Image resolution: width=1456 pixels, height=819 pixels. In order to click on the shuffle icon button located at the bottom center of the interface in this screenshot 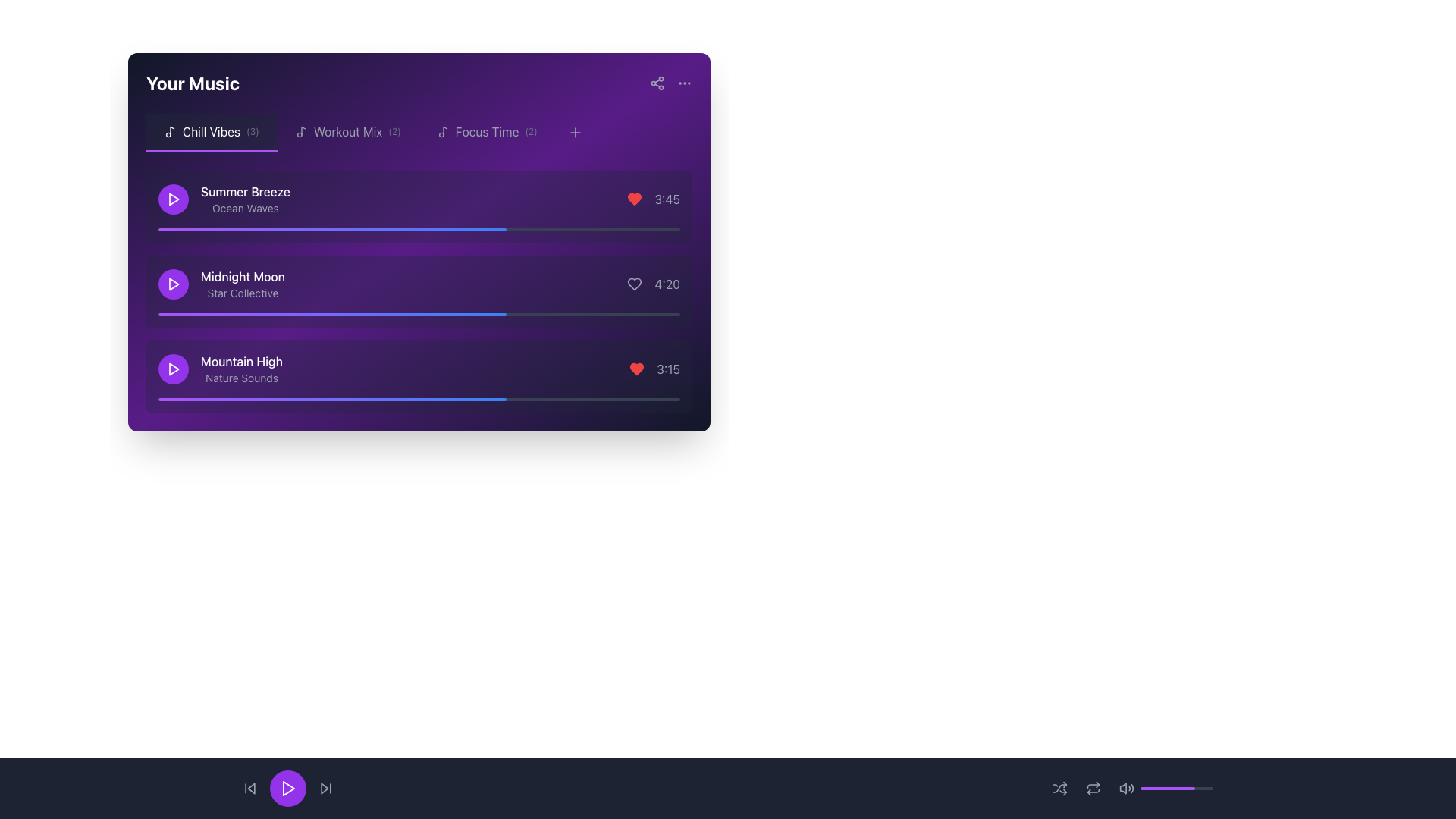, I will do `click(1059, 788)`.